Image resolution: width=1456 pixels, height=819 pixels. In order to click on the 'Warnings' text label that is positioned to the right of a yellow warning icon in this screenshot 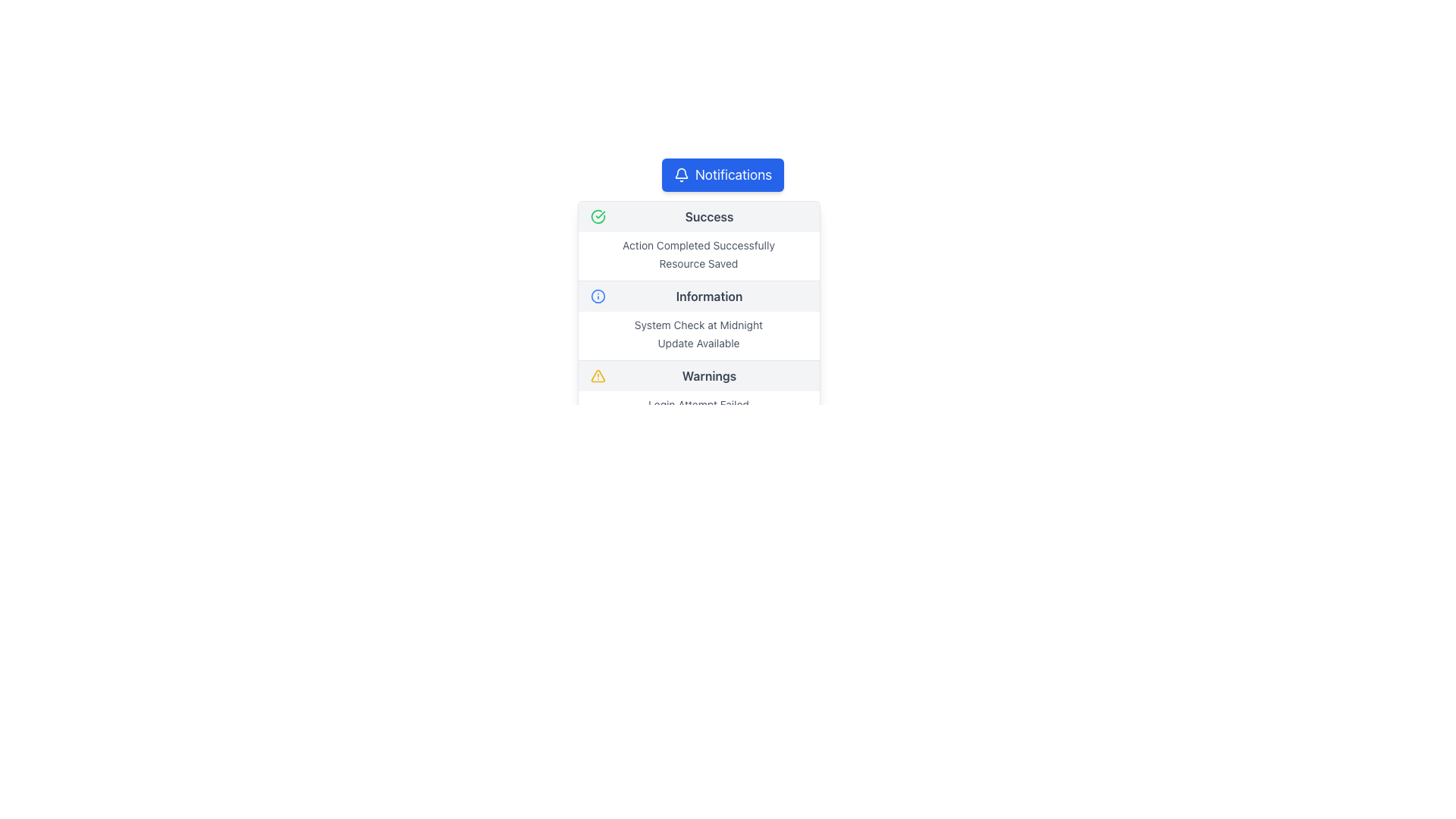, I will do `click(708, 375)`.